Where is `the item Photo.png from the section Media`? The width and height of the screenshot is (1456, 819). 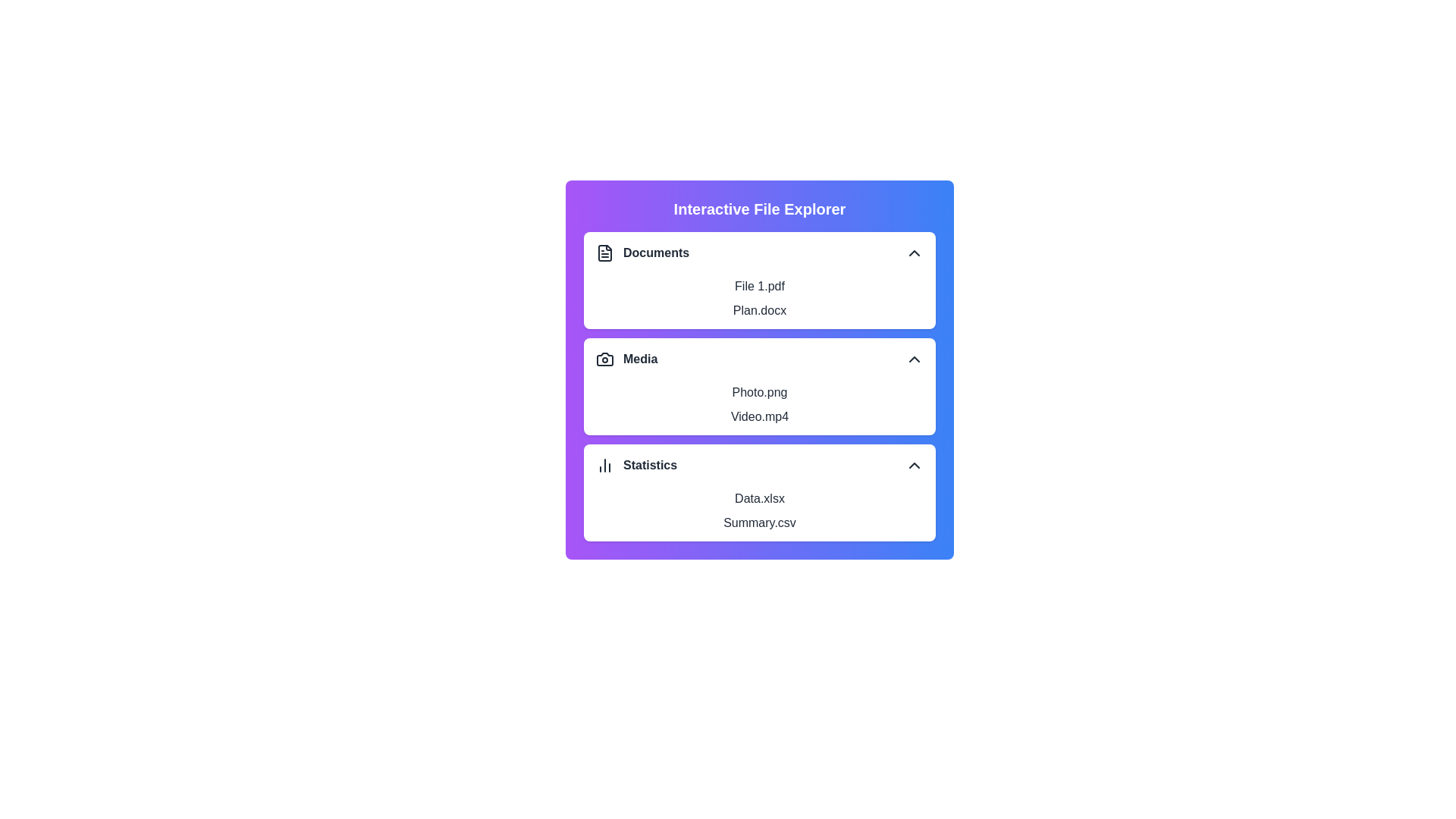
the item Photo.png from the section Media is located at coordinates (760, 391).